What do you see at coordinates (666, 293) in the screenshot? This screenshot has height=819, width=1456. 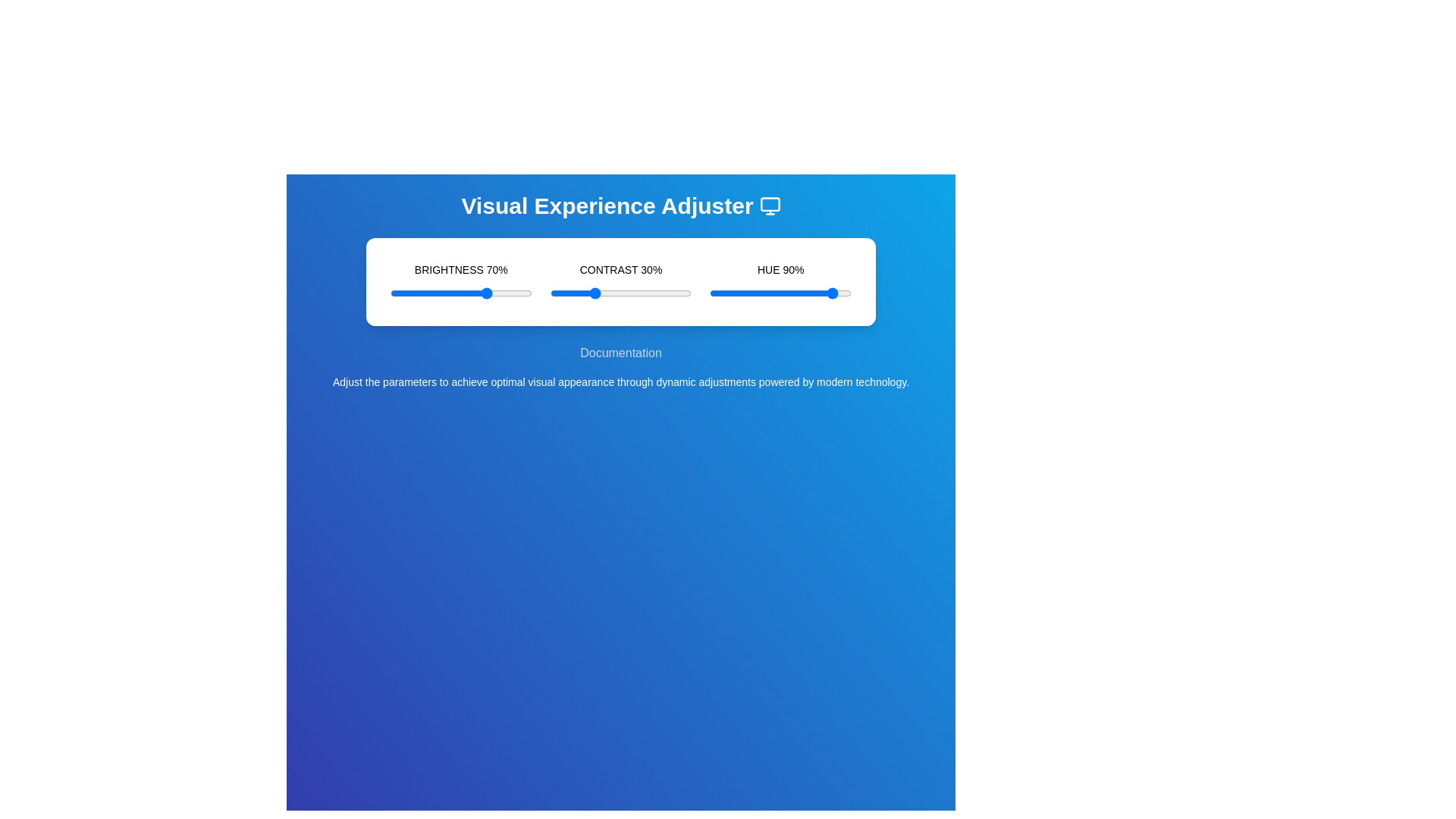 I see `the contrast slider to set the contrast level to 82` at bounding box center [666, 293].